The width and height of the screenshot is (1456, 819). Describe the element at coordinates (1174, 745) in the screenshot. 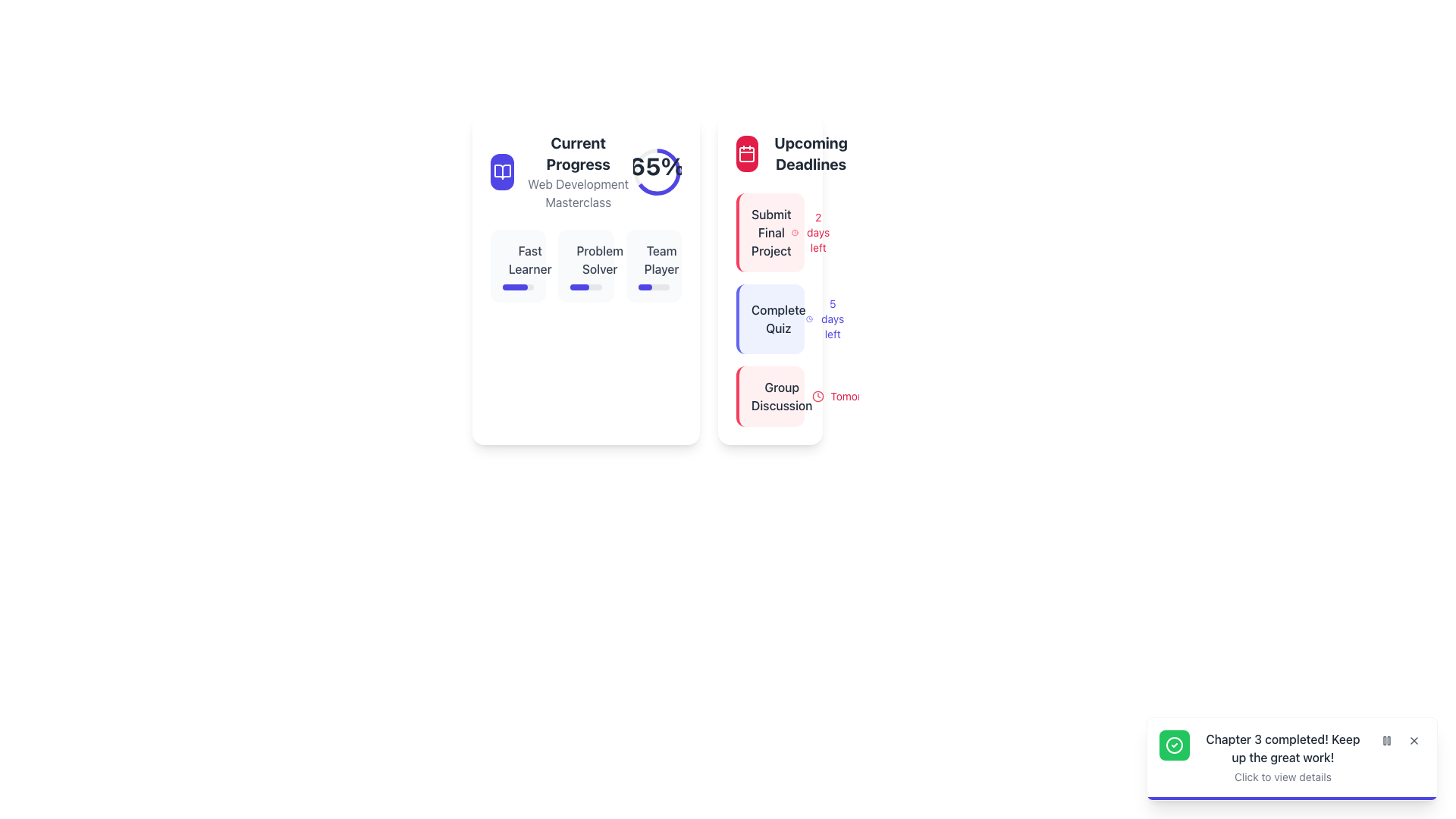

I see `the Success Icon located in the notification card at the bottom-right corner, adjacent to the message 'Chapter 3 completed! Keep up the great work!'` at that location.